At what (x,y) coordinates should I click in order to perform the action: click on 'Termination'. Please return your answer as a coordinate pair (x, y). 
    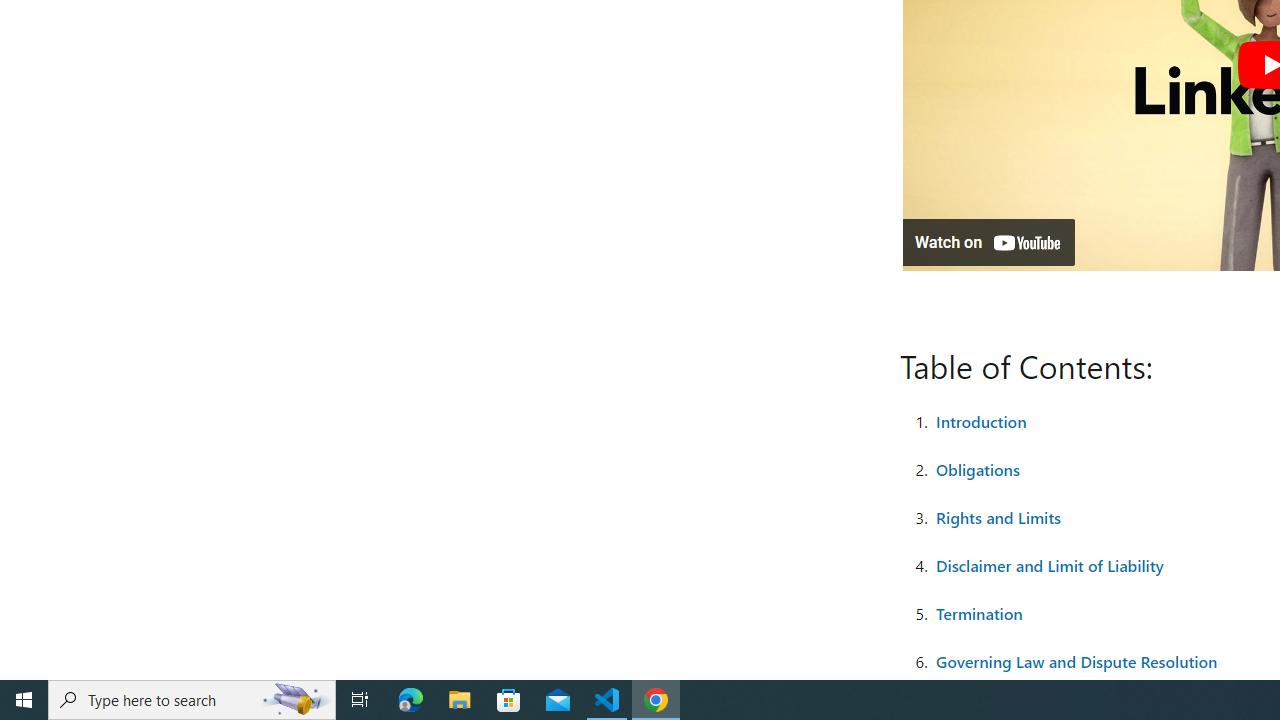
    Looking at the image, I should click on (979, 612).